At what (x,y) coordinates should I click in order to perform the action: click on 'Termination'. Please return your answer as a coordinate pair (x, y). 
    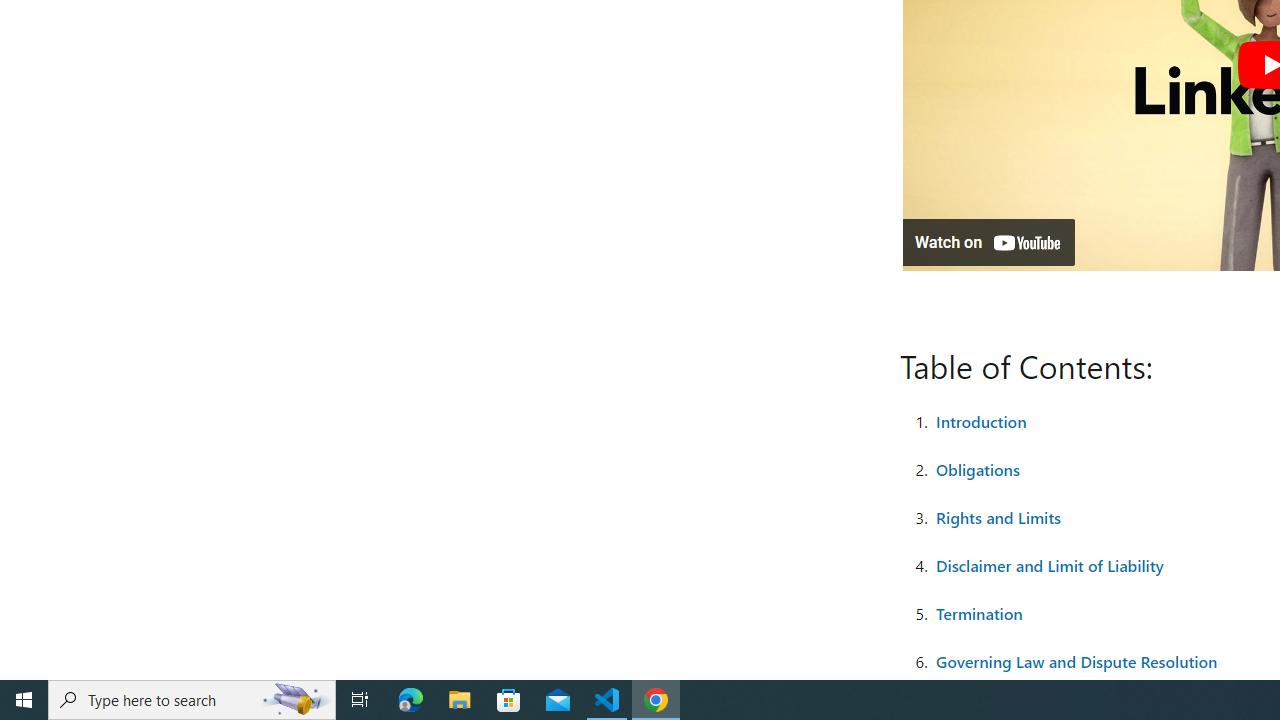
    Looking at the image, I should click on (979, 612).